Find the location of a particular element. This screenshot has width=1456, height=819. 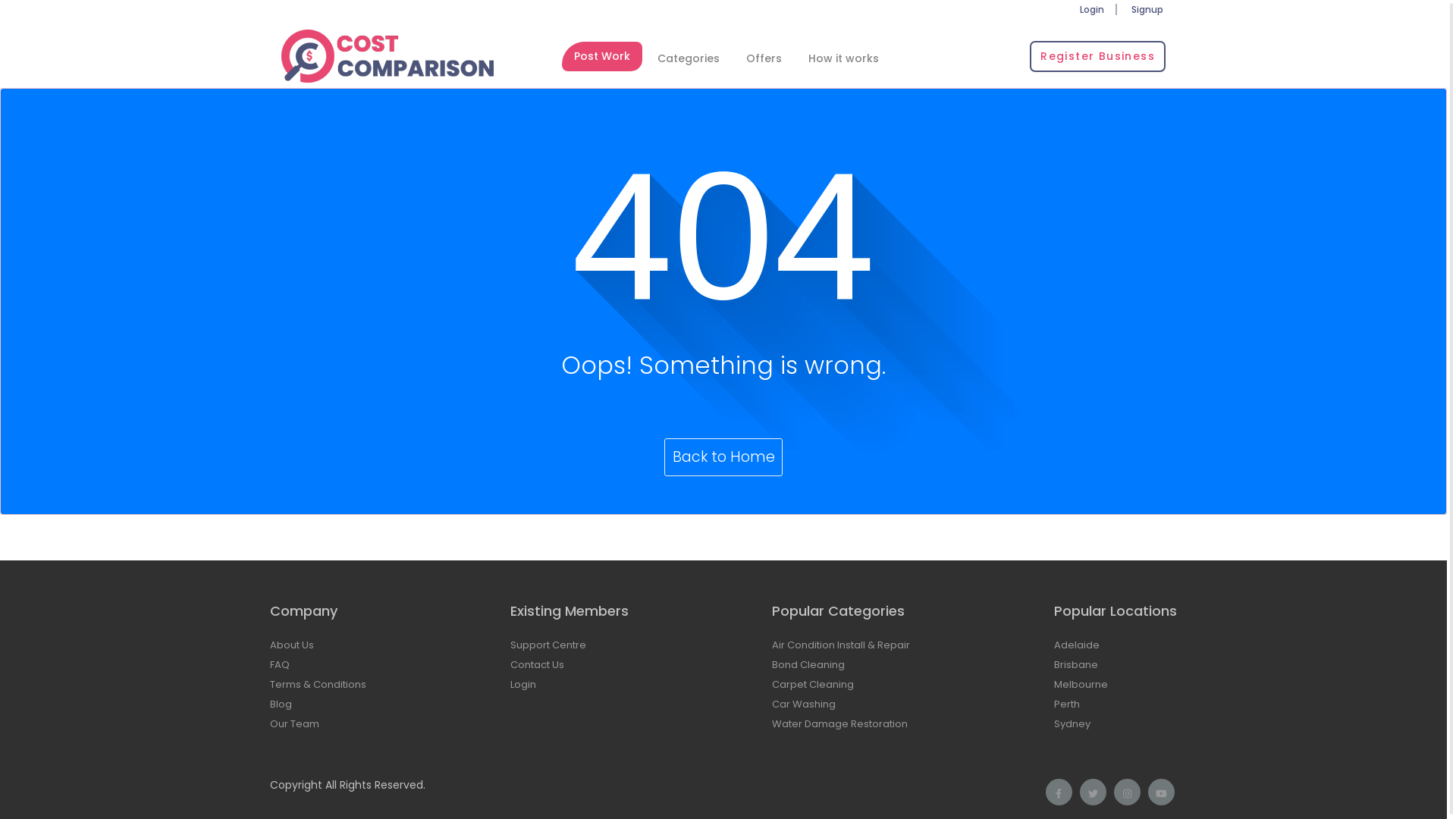

'Brisbane' is located at coordinates (1075, 664).